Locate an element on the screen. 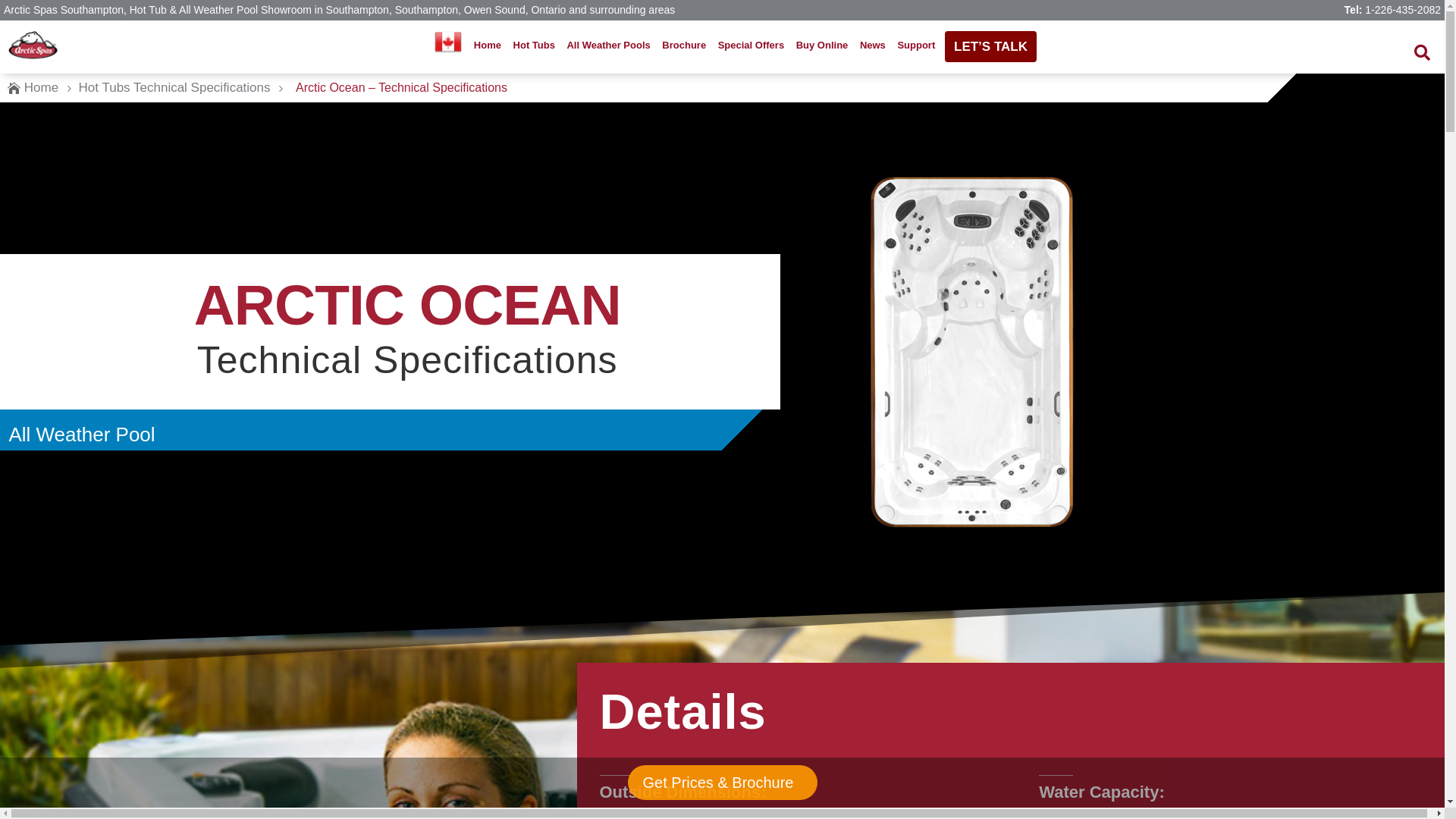  'Choose Your Location' is located at coordinates (429, 44).